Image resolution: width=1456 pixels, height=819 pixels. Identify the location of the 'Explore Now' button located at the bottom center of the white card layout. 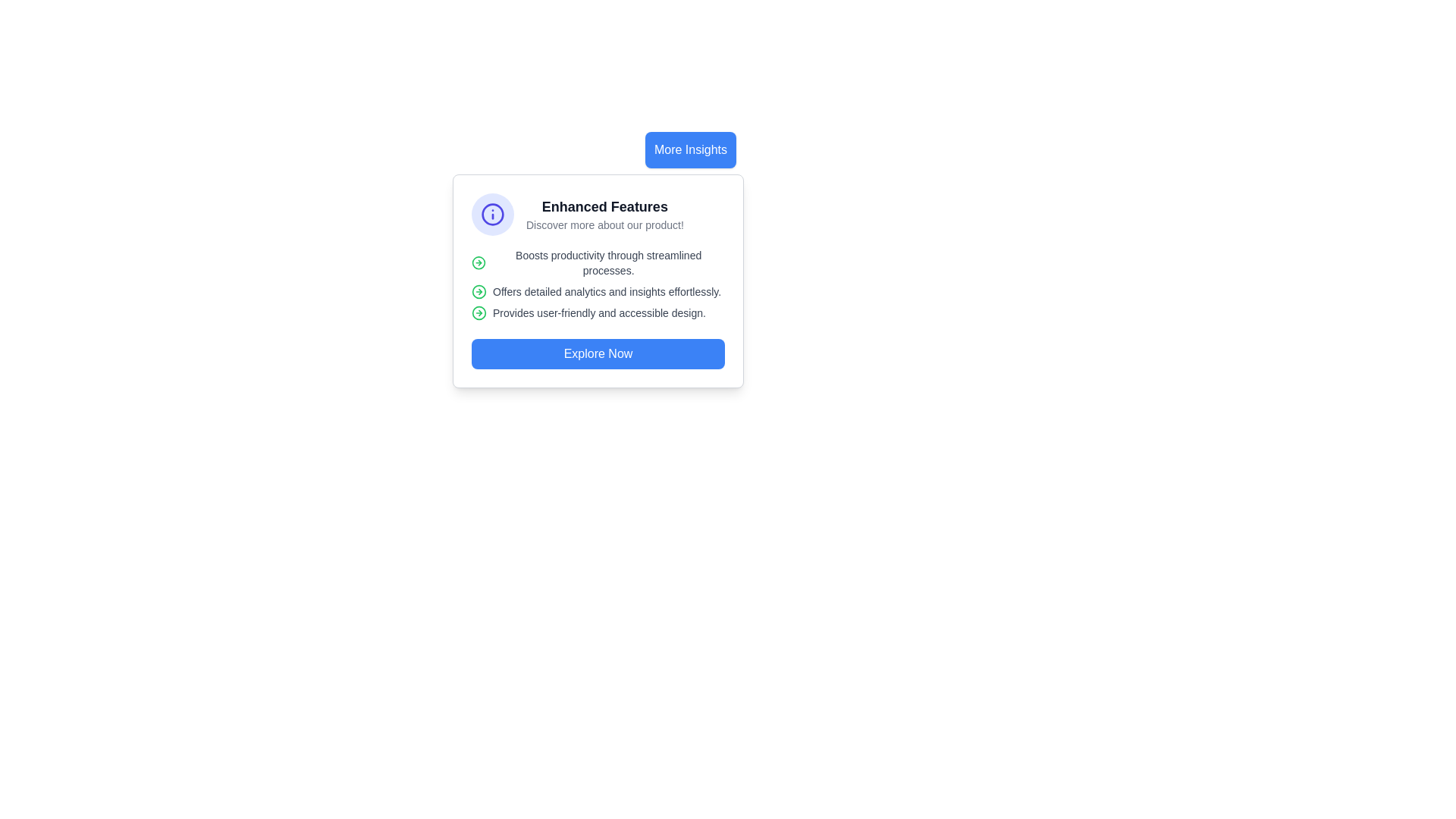
(597, 353).